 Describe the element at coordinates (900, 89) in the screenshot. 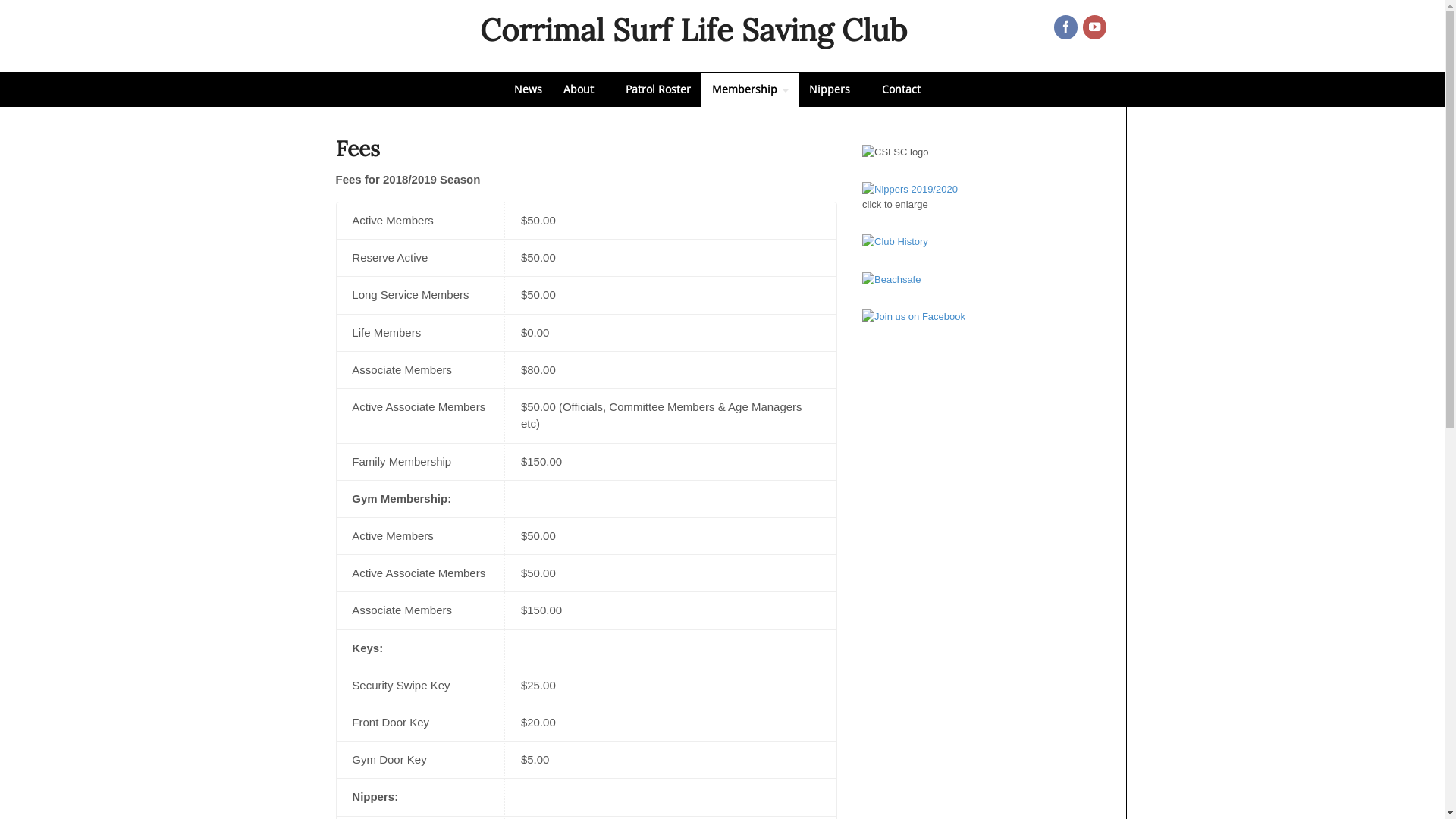

I see `'Contact'` at that location.